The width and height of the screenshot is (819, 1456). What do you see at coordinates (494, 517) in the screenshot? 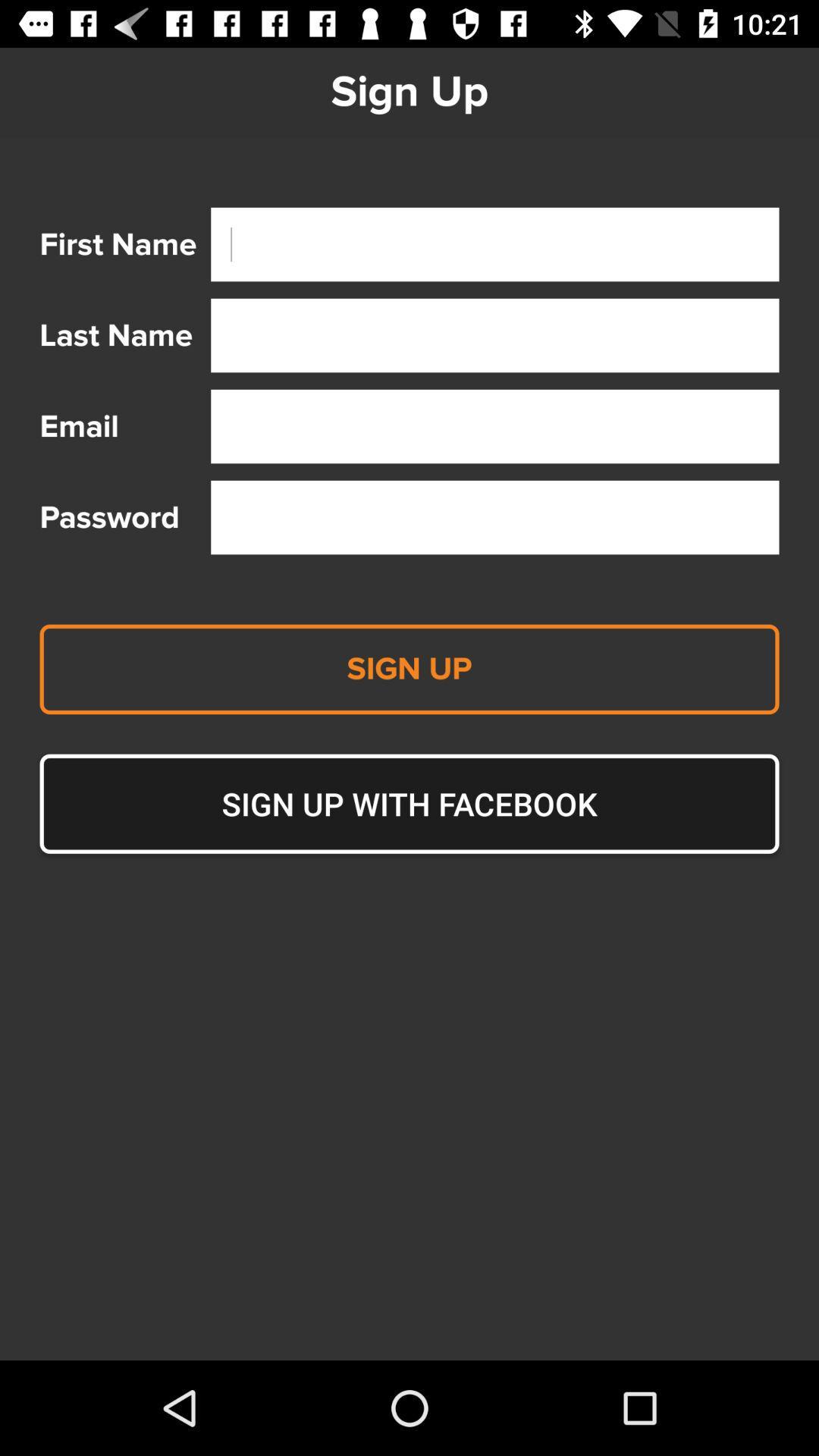
I see `icon next to the password icon` at bounding box center [494, 517].